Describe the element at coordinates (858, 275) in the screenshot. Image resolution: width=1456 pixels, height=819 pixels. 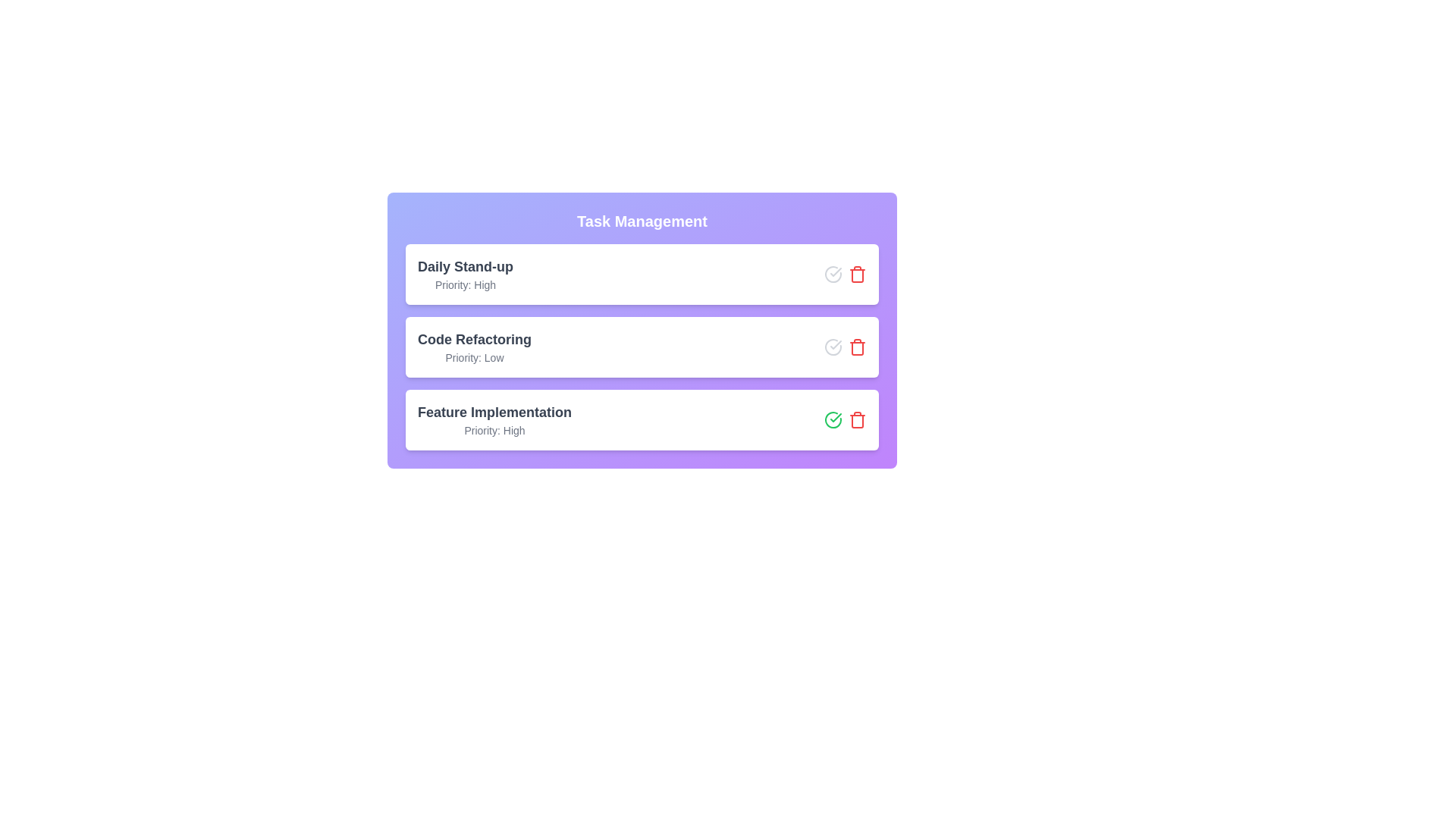
I see `the trash icon to remove the task titled 'Daily Stand-up'` at that location.